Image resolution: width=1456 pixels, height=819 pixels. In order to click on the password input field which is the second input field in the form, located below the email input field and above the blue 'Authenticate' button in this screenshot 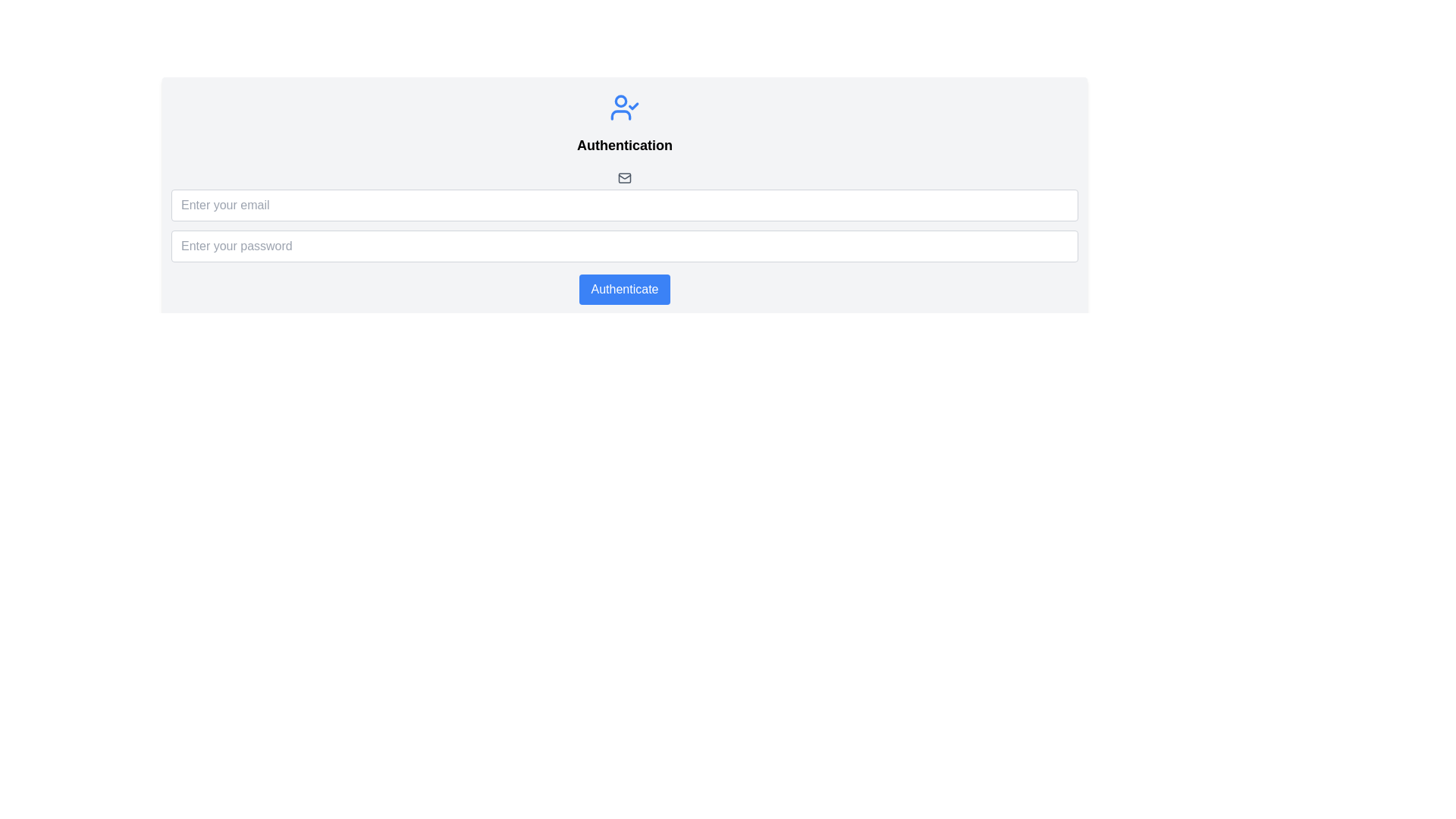, I will do `click(625, 244)`.